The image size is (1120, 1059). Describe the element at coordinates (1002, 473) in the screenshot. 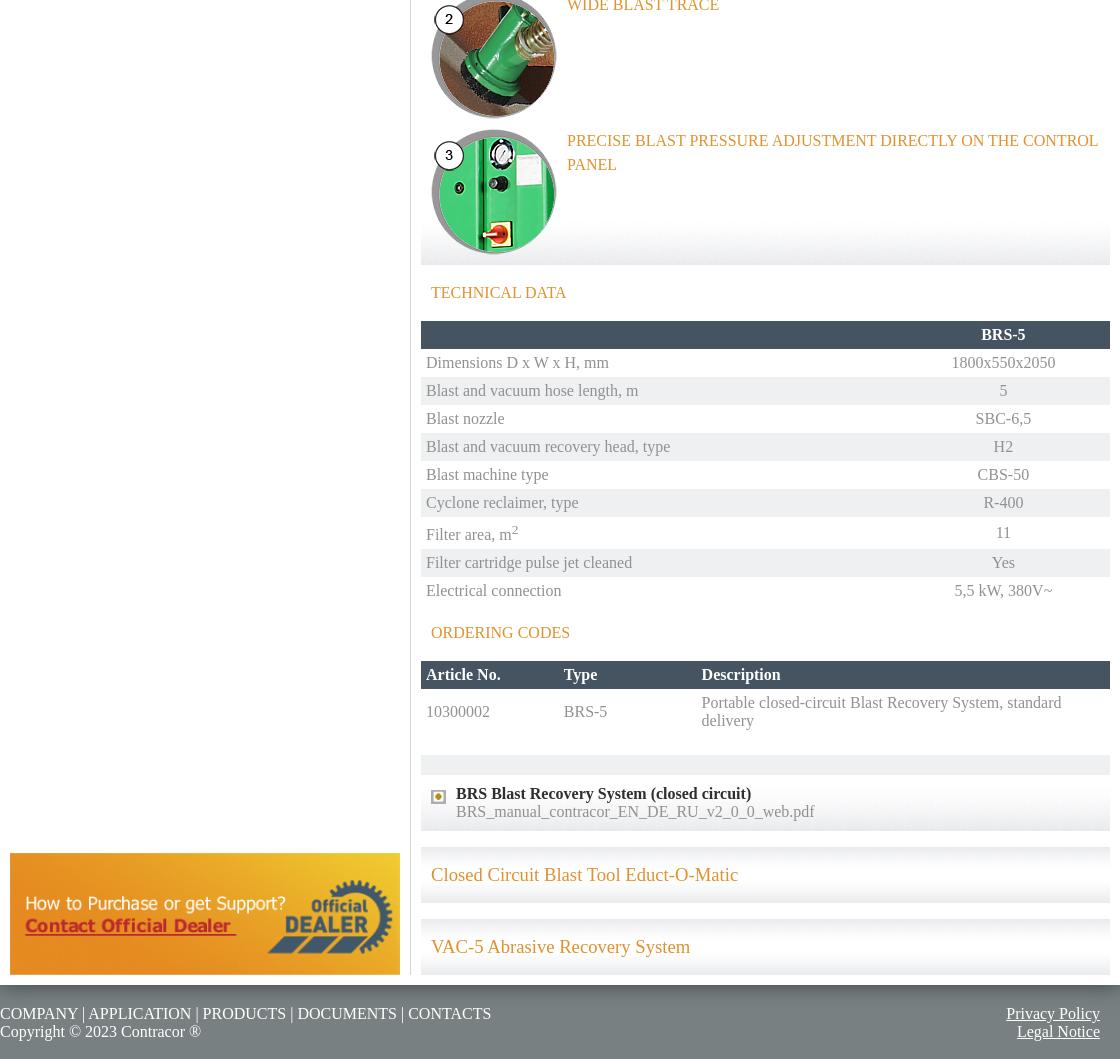

I see `'CBS-50'` at that location.